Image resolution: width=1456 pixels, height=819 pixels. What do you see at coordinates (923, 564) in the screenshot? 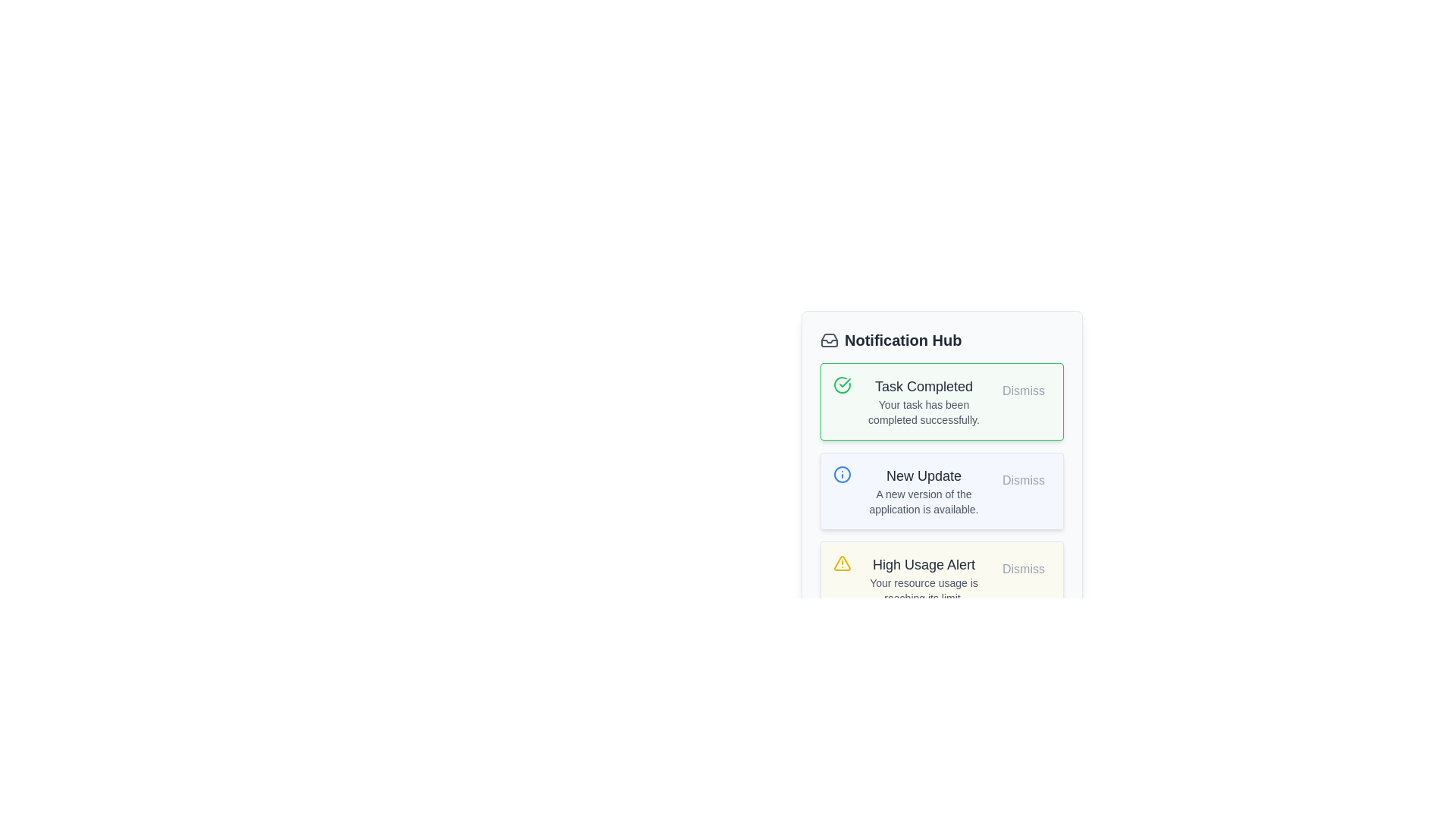
I see `text from the header of the 'High Usage Alert' notification, which is located in the third notification box within the 'Notification Hub'` at bounding box center [923, 564].